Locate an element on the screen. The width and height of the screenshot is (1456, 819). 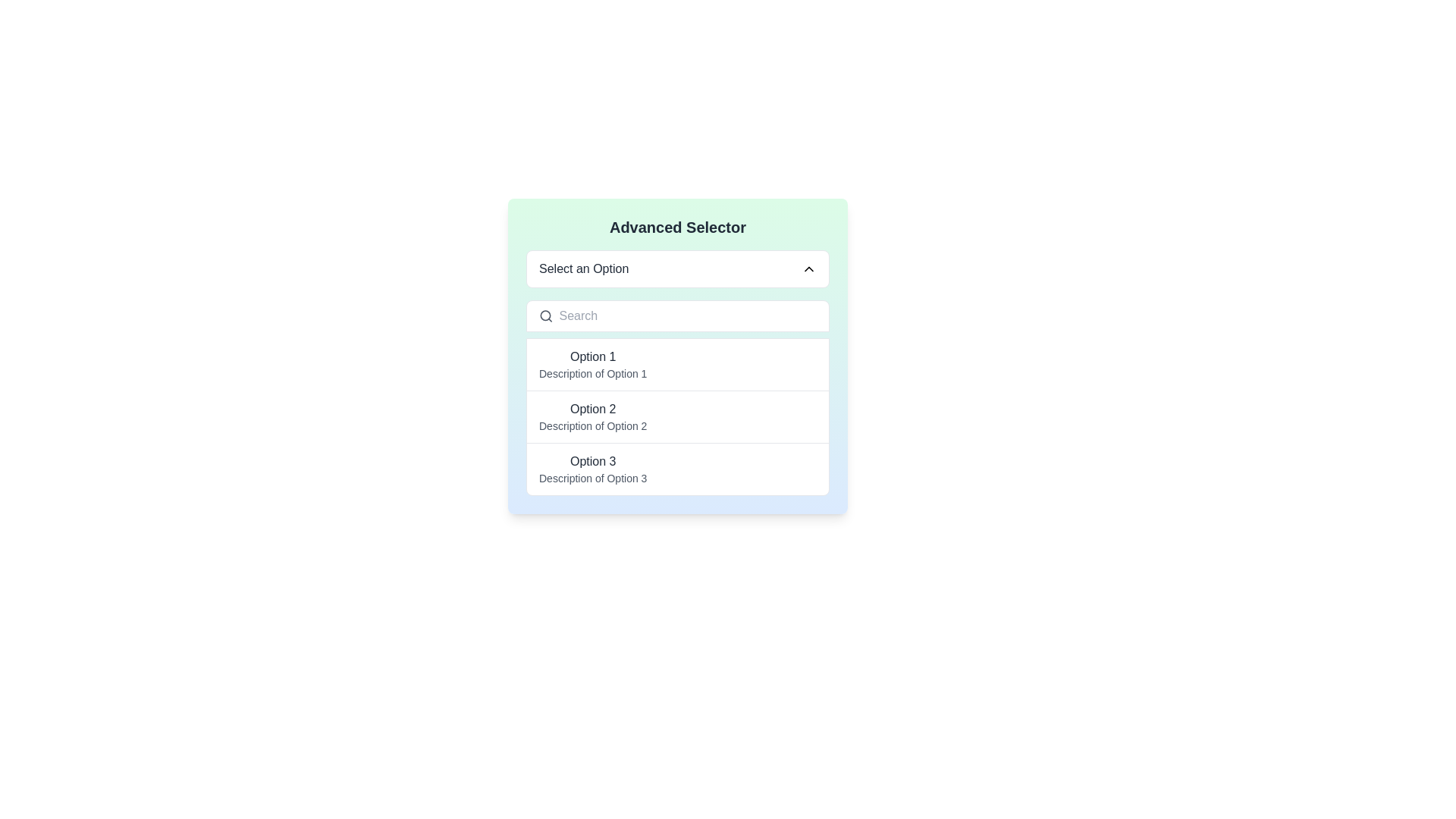
the text label displaying 'Description of Option 1', which is located directly underneath the main label 'Option 1' in the dropdown menu is located at coordinates (592, 374).